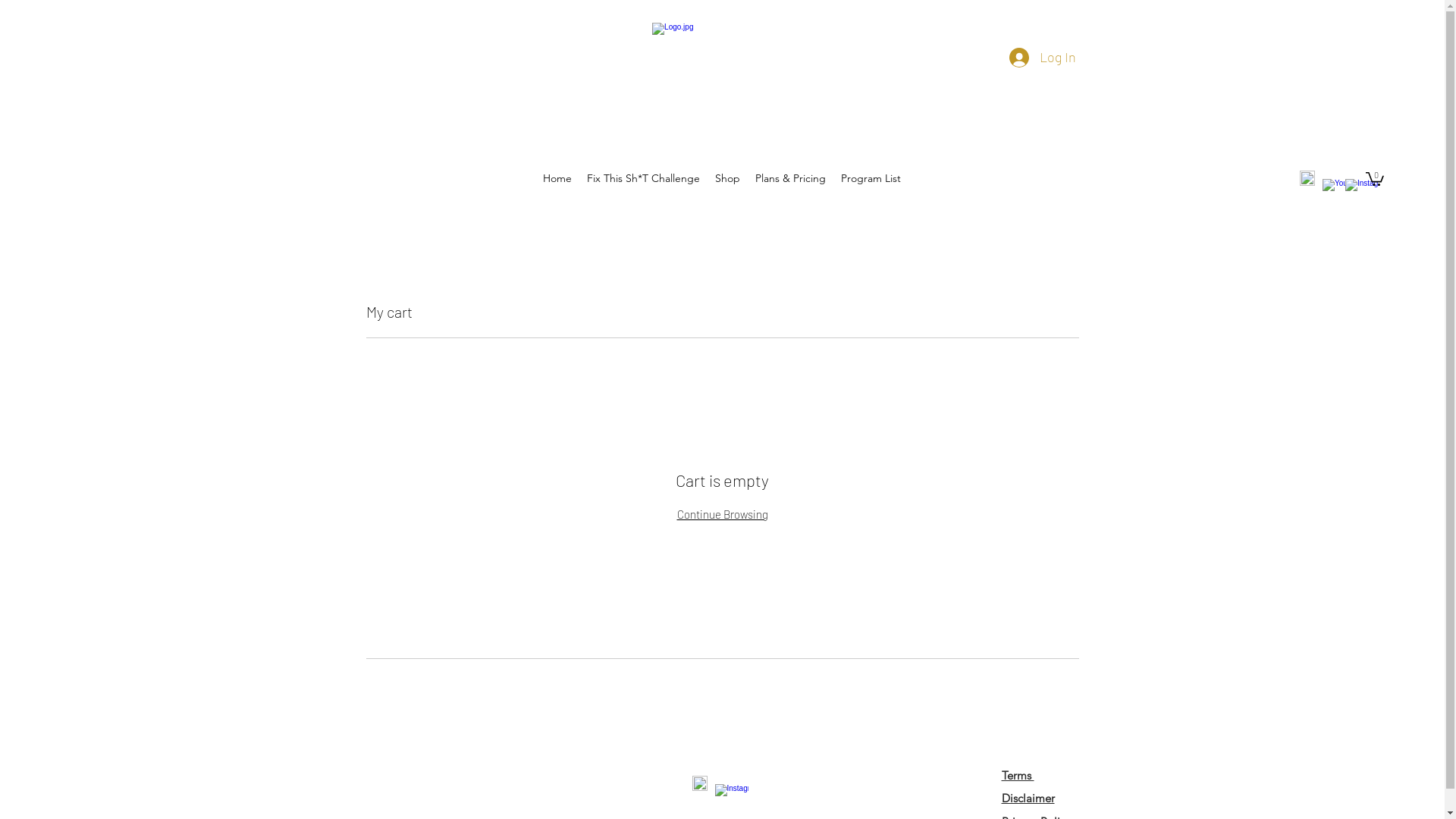 This screenshot has height=819, width=1456. What do you see at coordinates (676, 513) in the screenshot?
I see `'Continue Browsing'` at bounding box center [676, 513].